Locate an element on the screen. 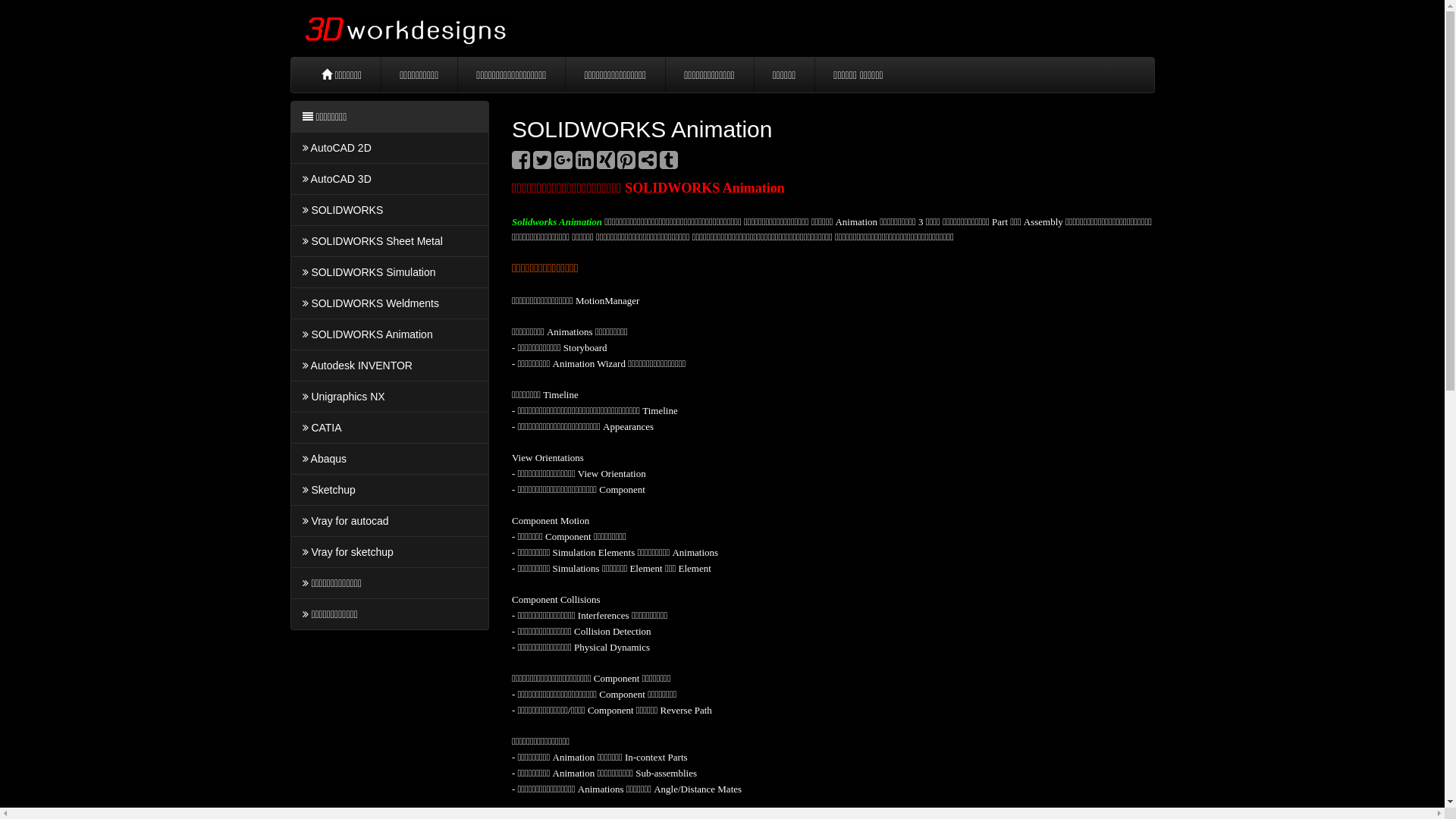  'SOLIDWORKS Simulation' is located at coordinates (389, 271).